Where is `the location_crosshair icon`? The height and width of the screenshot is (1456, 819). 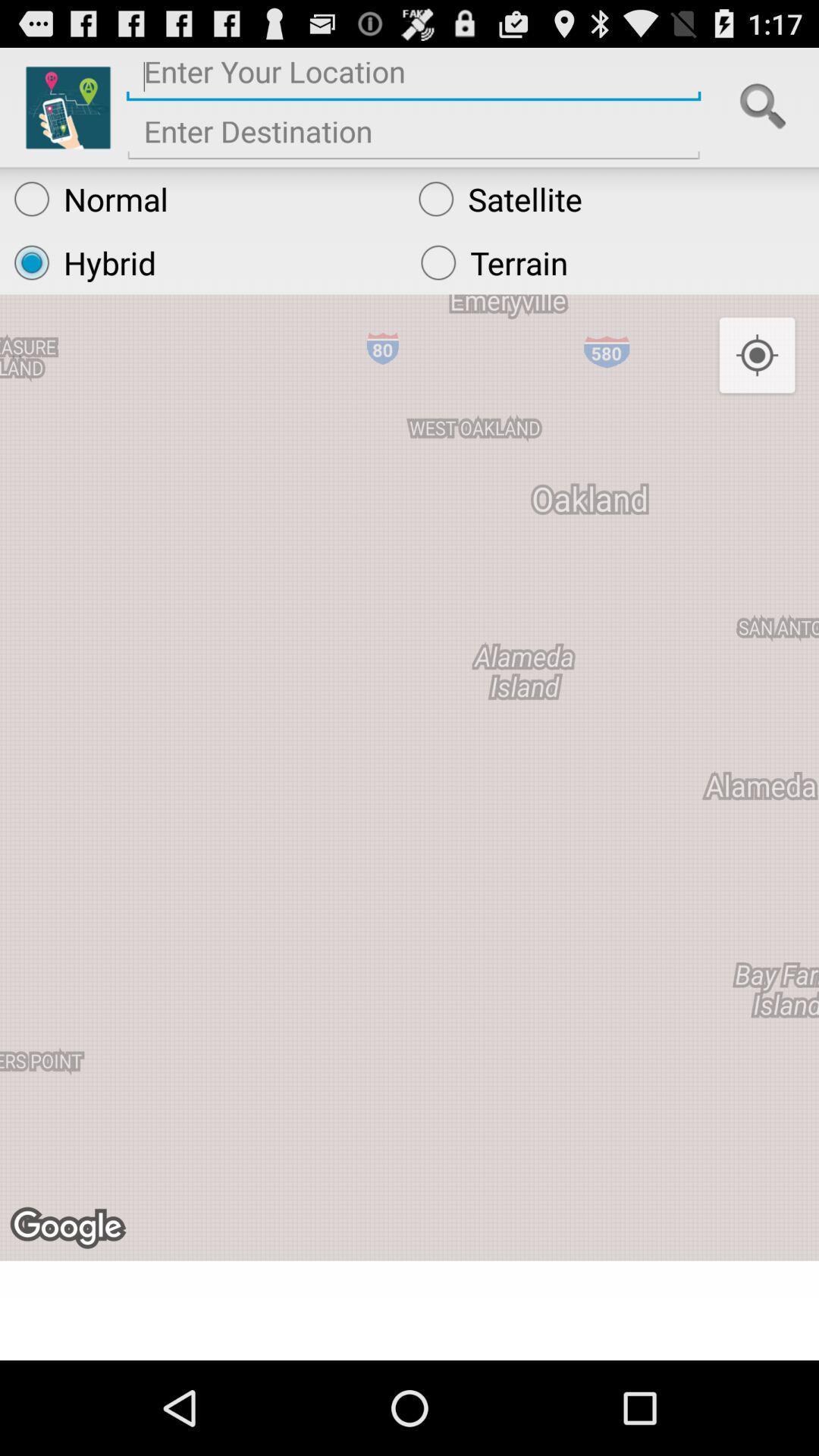 the location_crosshair icon is located at coordinates (757, 381).